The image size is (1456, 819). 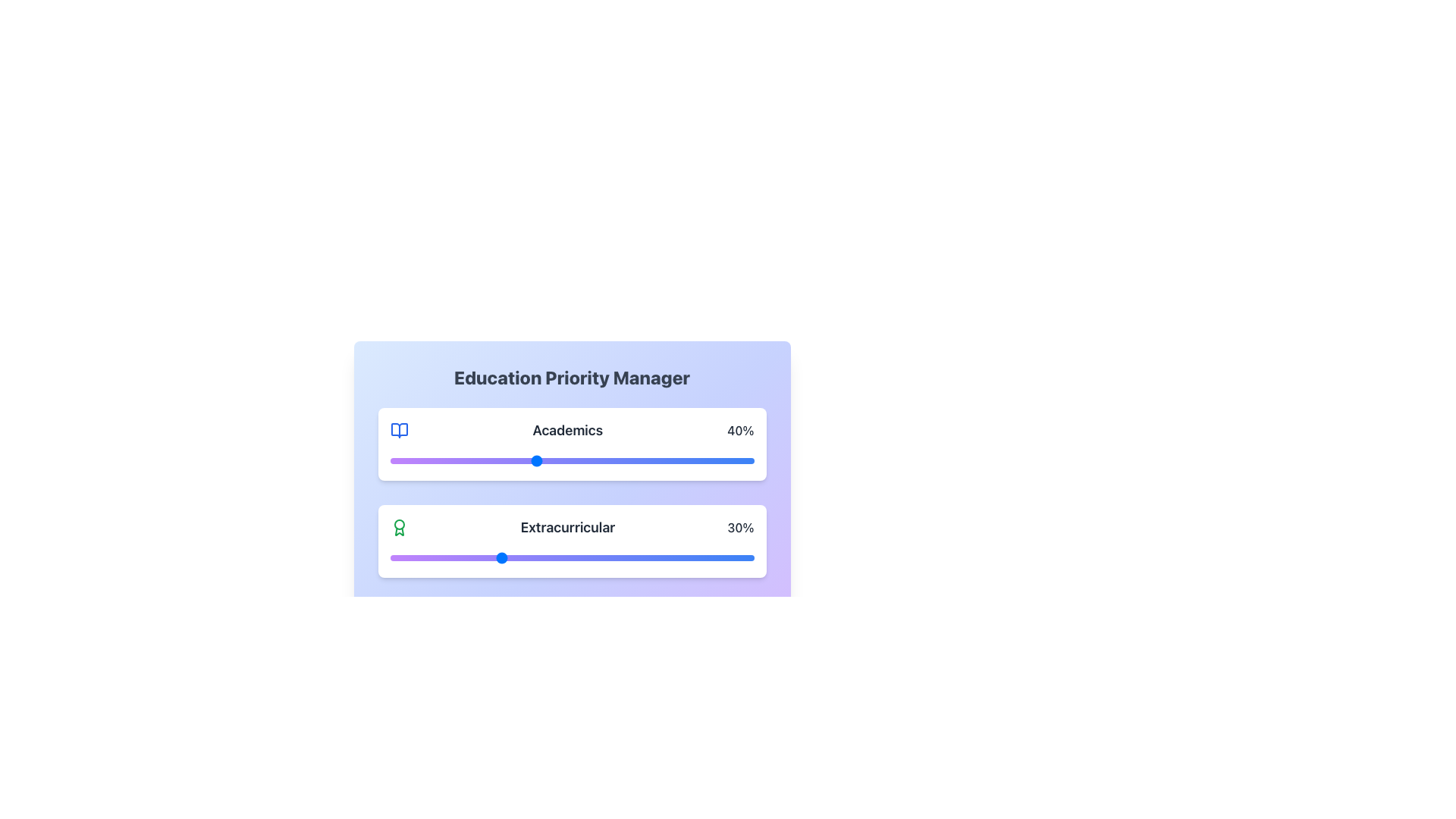 I want to click on 'Extracurricular' value, so click(x=567, y=558).